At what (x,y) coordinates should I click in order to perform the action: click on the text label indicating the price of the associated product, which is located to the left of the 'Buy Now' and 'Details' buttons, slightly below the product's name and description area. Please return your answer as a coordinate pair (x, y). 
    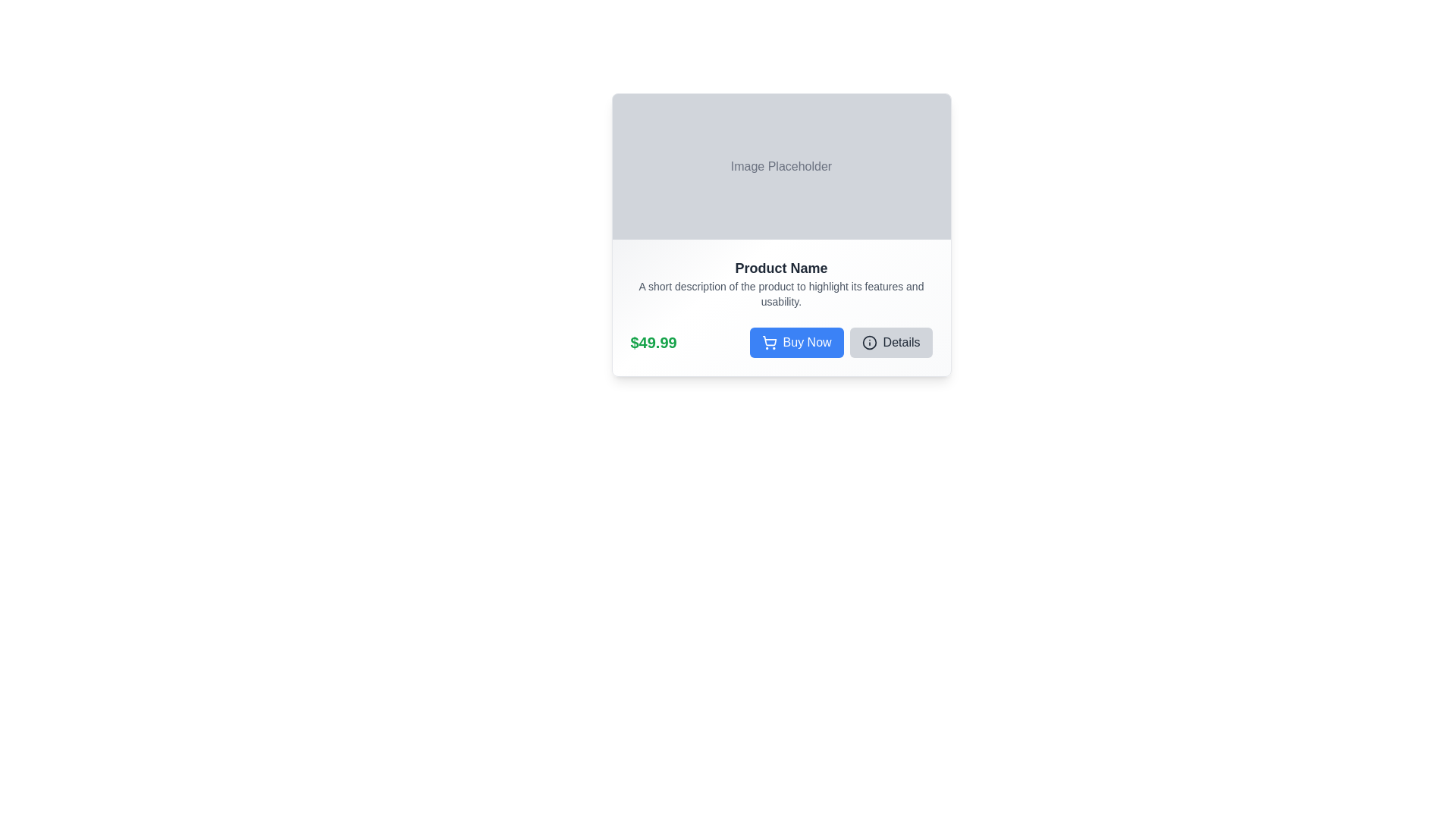
    Looking at the image, I should click on (654, 342).